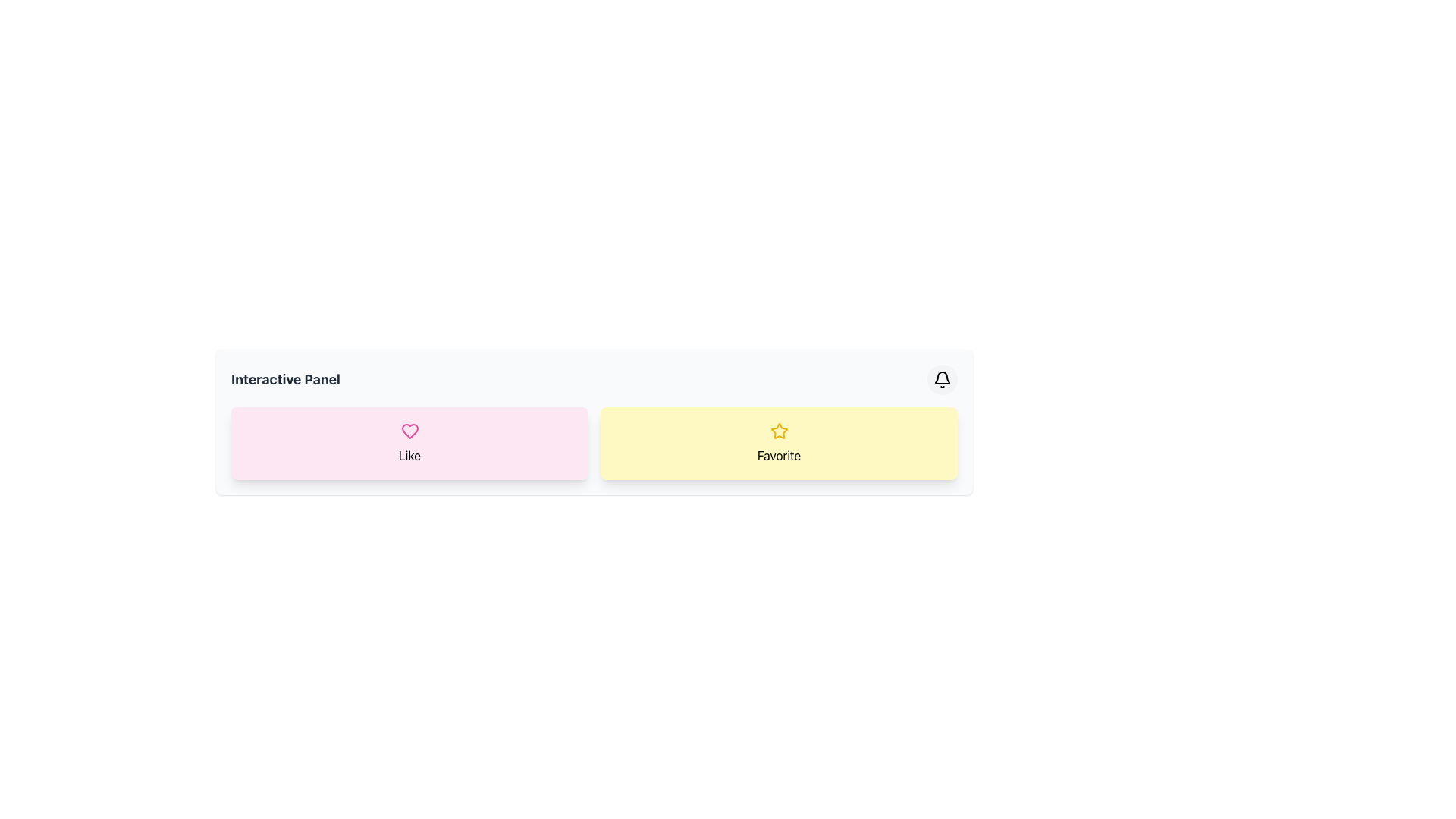 Image resolution: width=1456 pixels, height=819 pixels. I want to click on the 'Favorite' button, which is a rectangular button with rounded corners, light yellow background, a star icon at the top, and the text 'Favorite' underneath, so click(779, 444).